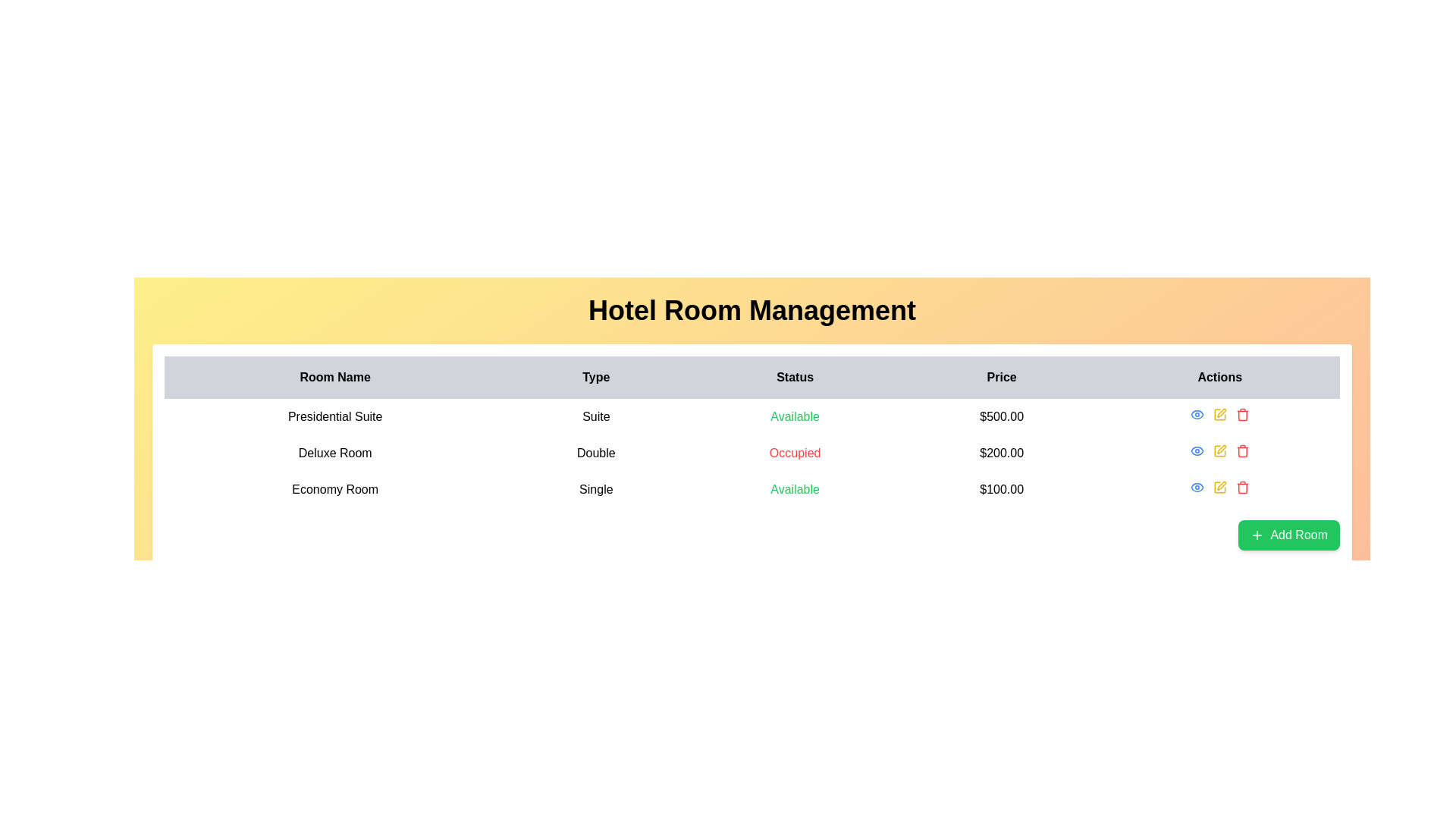 The image size is (1456, 819). Describe the element at coordinates (1219, 450) in the screenshot. I see `the pencil icon in the 'Actions' column for the 'Deluxe Room' row to initiate the edit function` at that location.